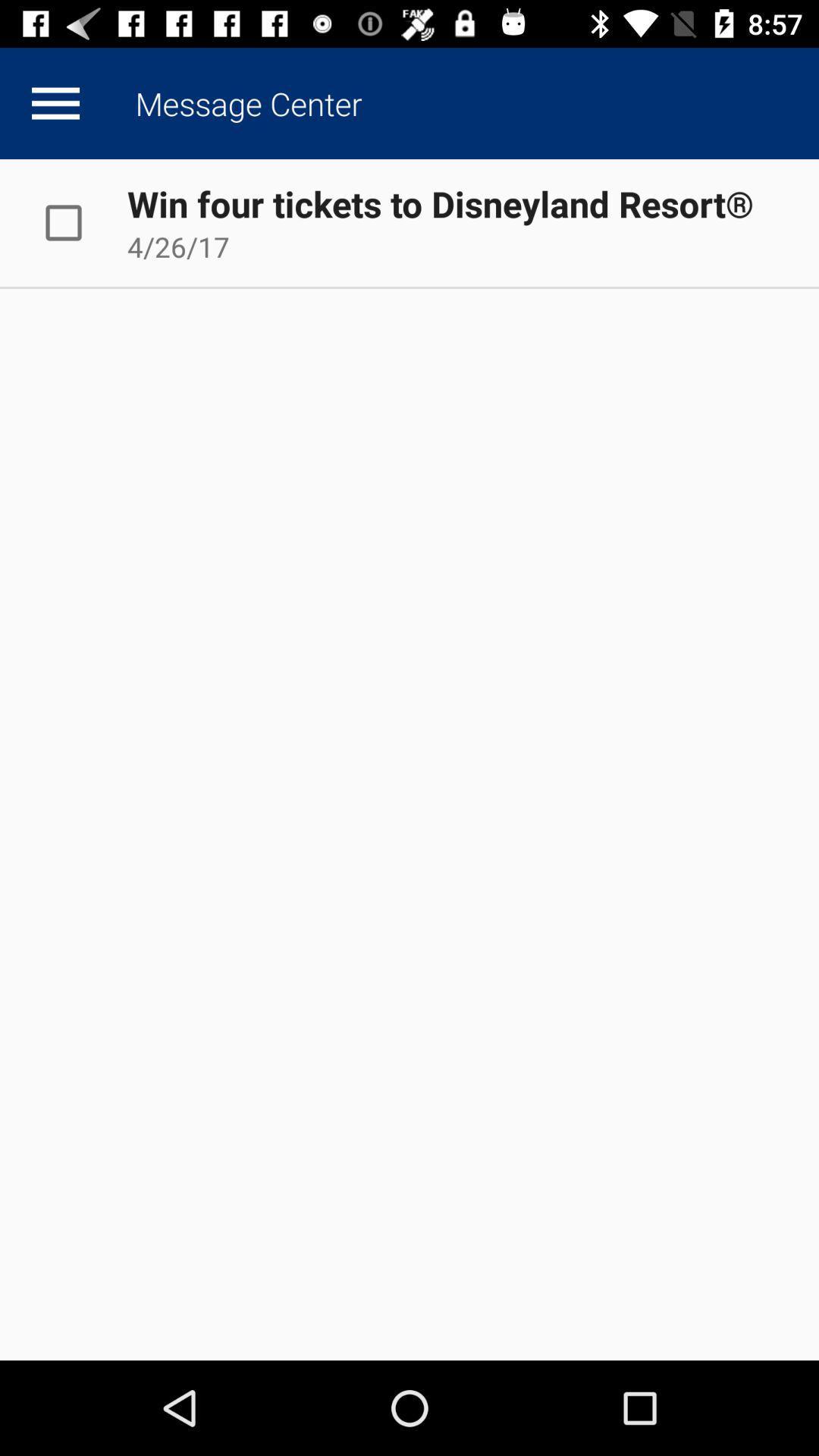 The height and width of the screenshot is (1456, 819). What do you see at coordinates (55, 102) in the screenshot?
I see `the icon next to message center icon` at bounding box center [55, 102].